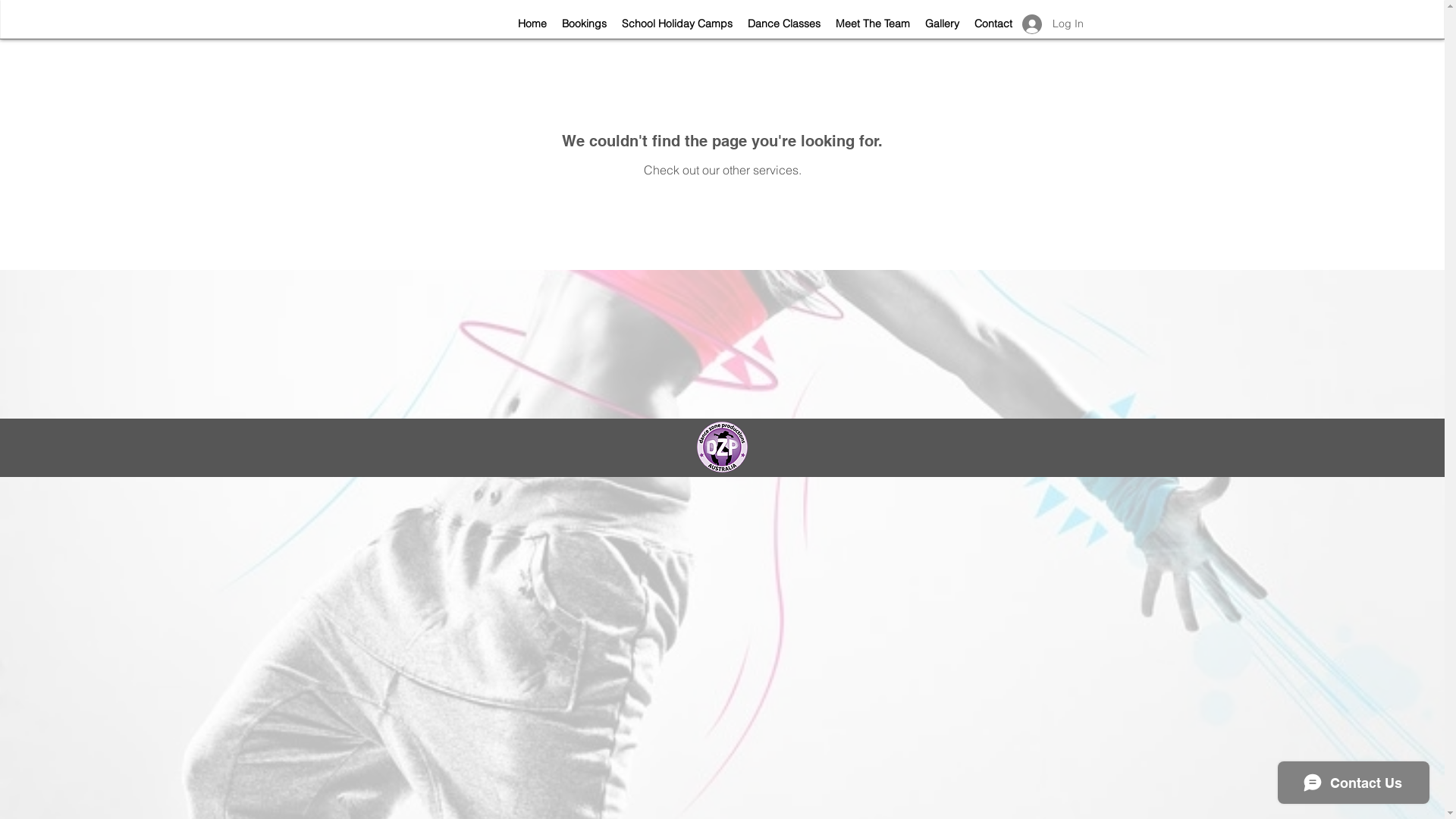 This screenshot has height=819, width=1456. I want to click on 'Meet The Team', so click(873, 24).